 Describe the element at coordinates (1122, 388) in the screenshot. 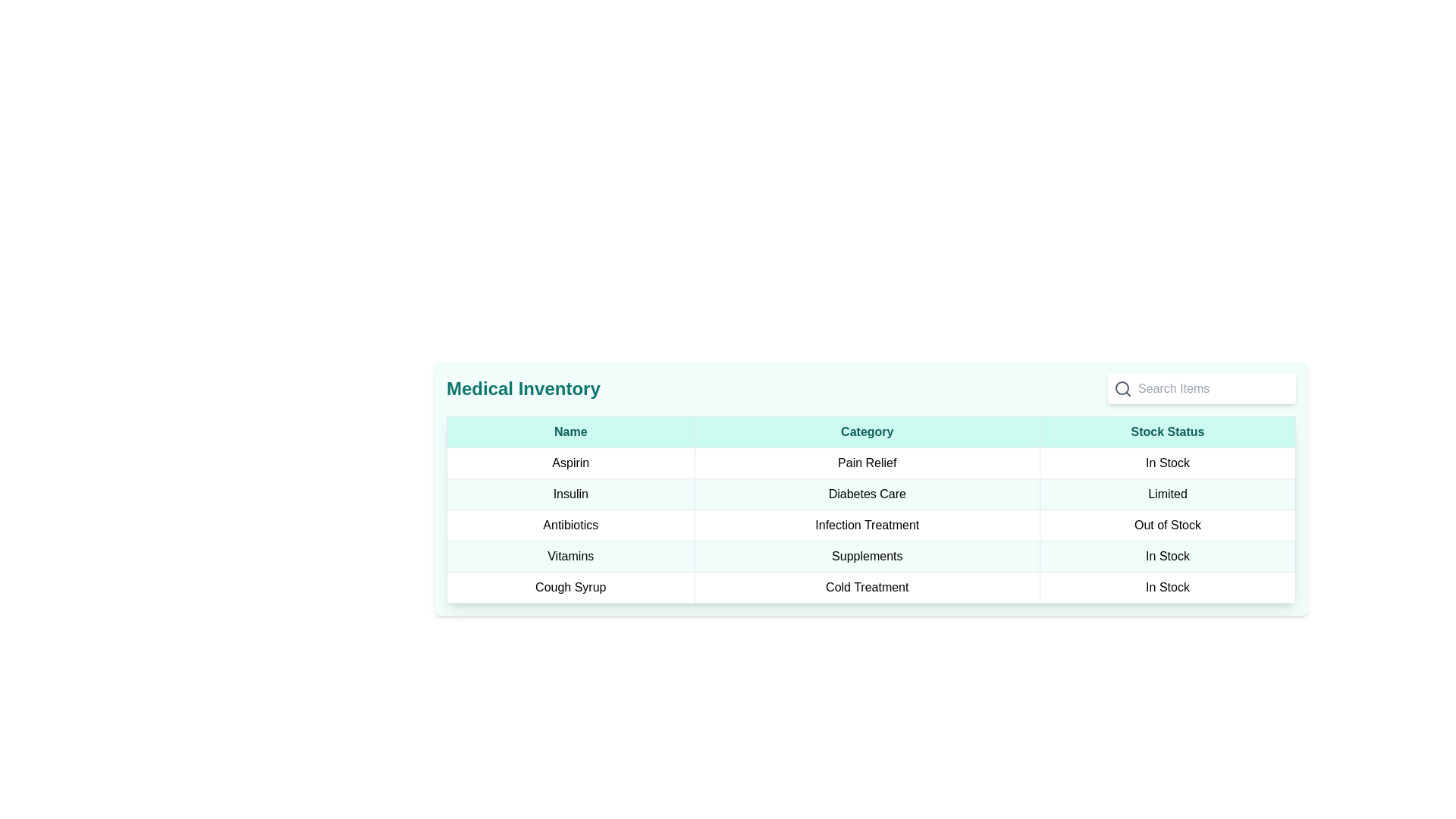

I see `the small circular shape within the magnifying glass icon located next to the search input box at the top right corner of the interface` at that location.